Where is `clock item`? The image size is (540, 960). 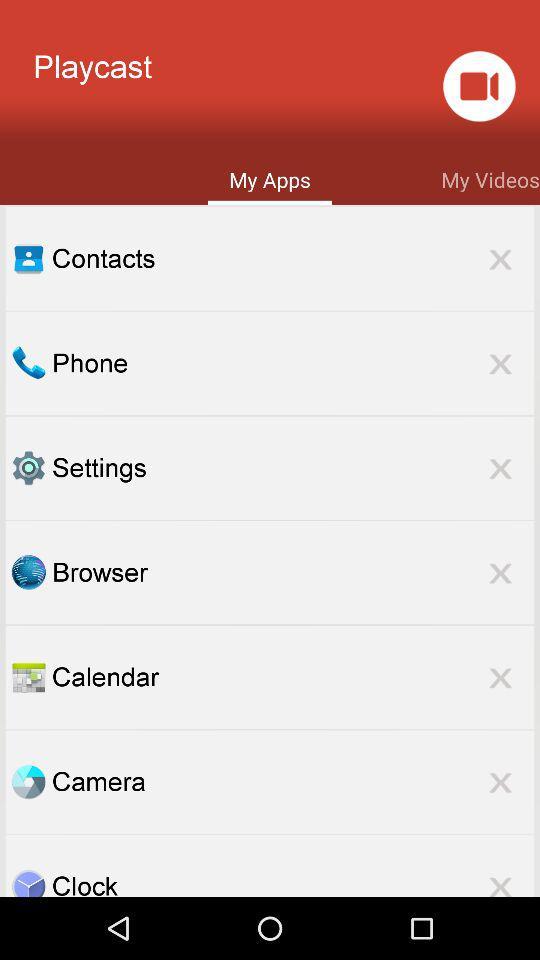
clock item is located at coordinates (292, 881).